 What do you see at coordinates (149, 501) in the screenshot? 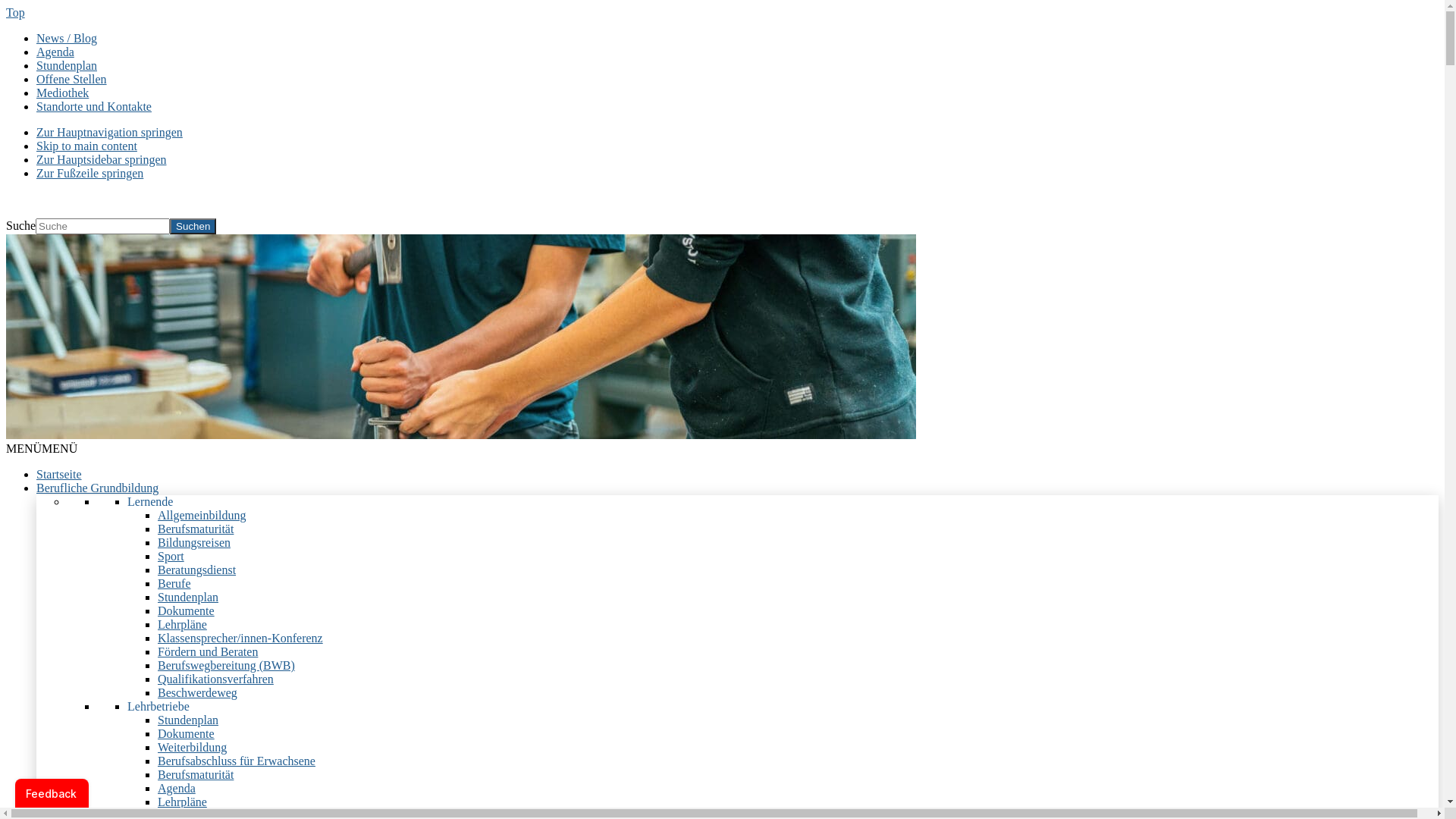
I see `'Lernende'` at bounding box center [149, 501].